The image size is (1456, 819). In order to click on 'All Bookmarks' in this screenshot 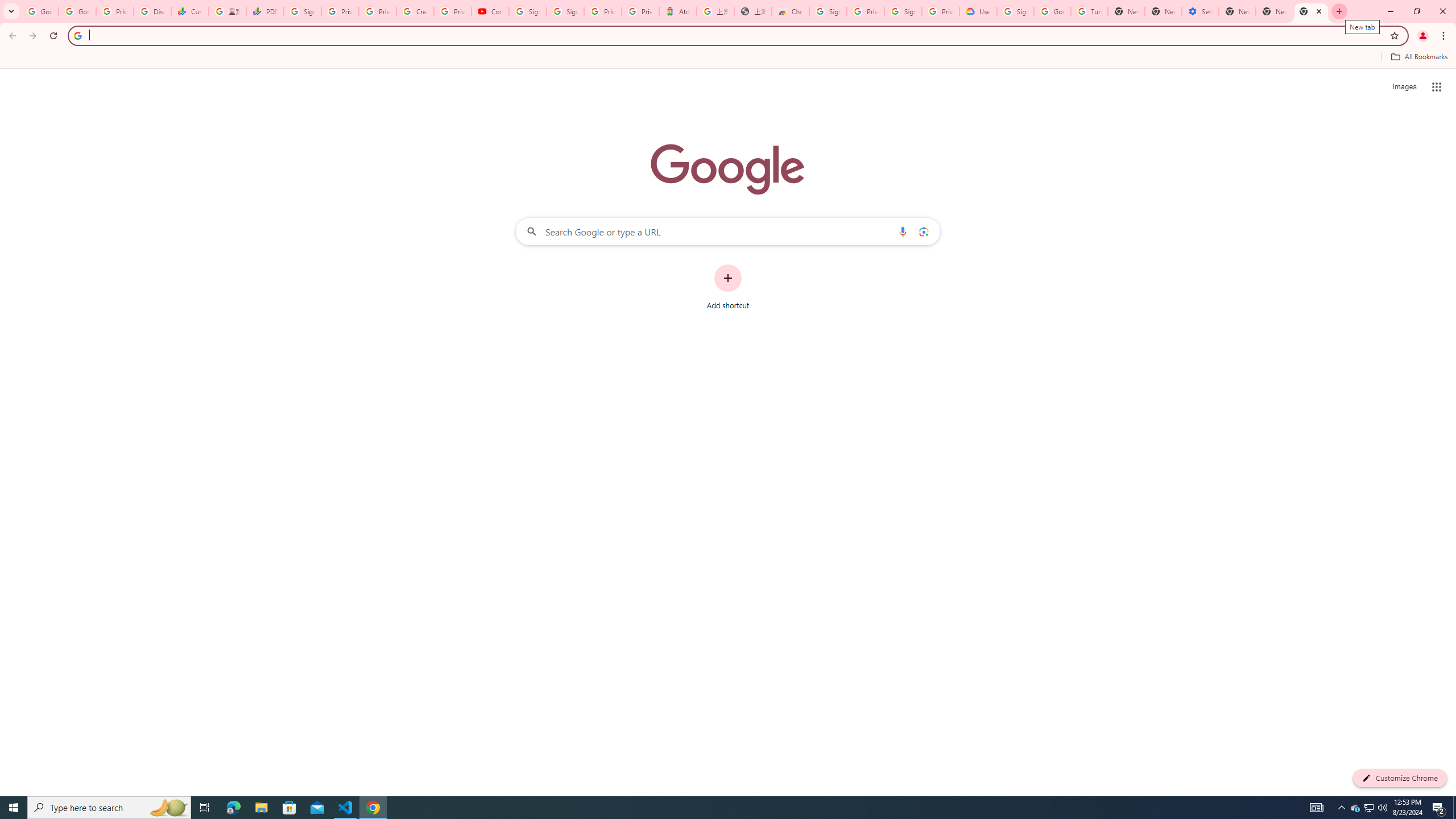, I will do `click(1418, 56)`.